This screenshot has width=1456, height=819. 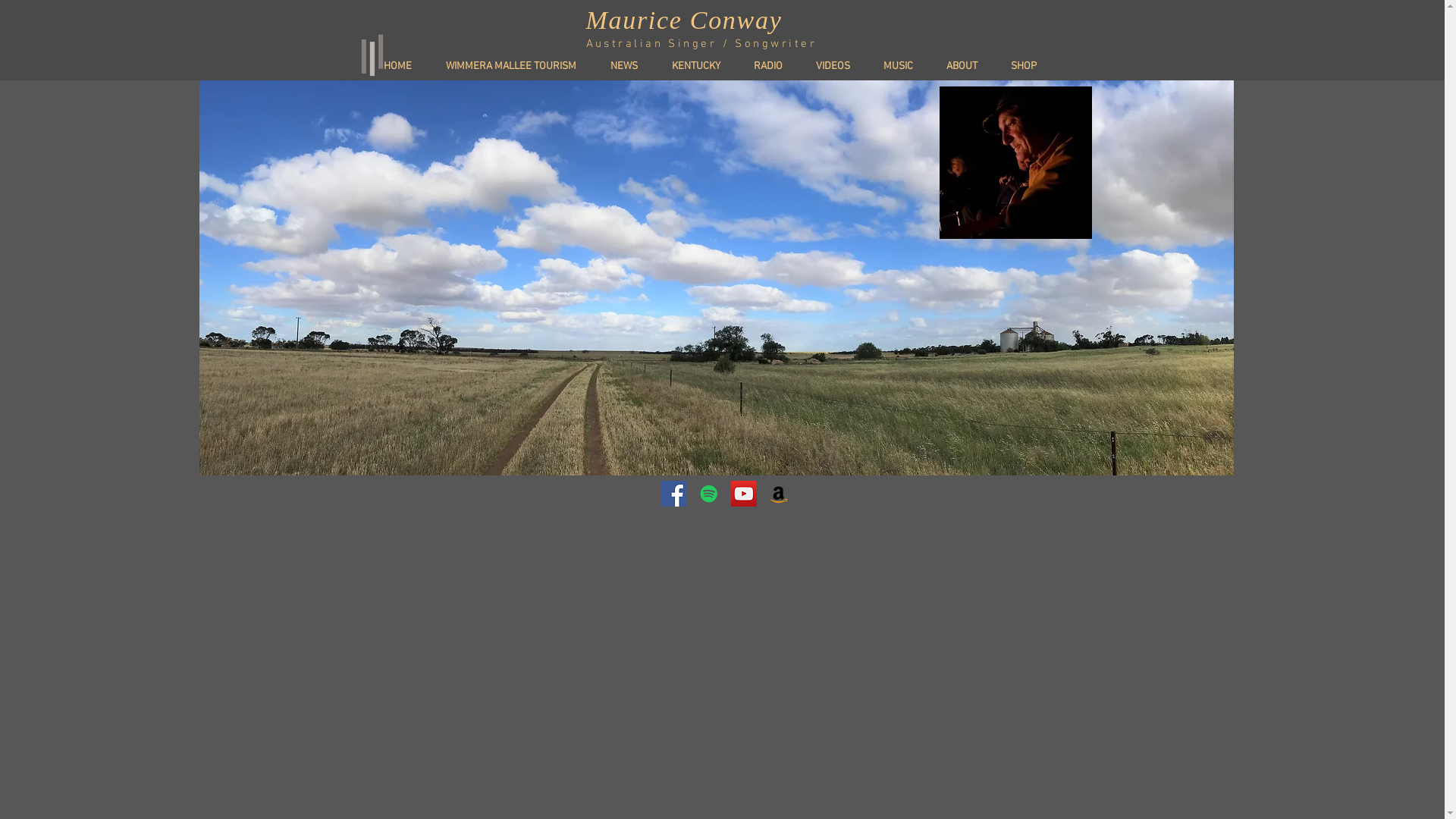 I want to click on 'Maurice Conway', so click(x=682, y=20).